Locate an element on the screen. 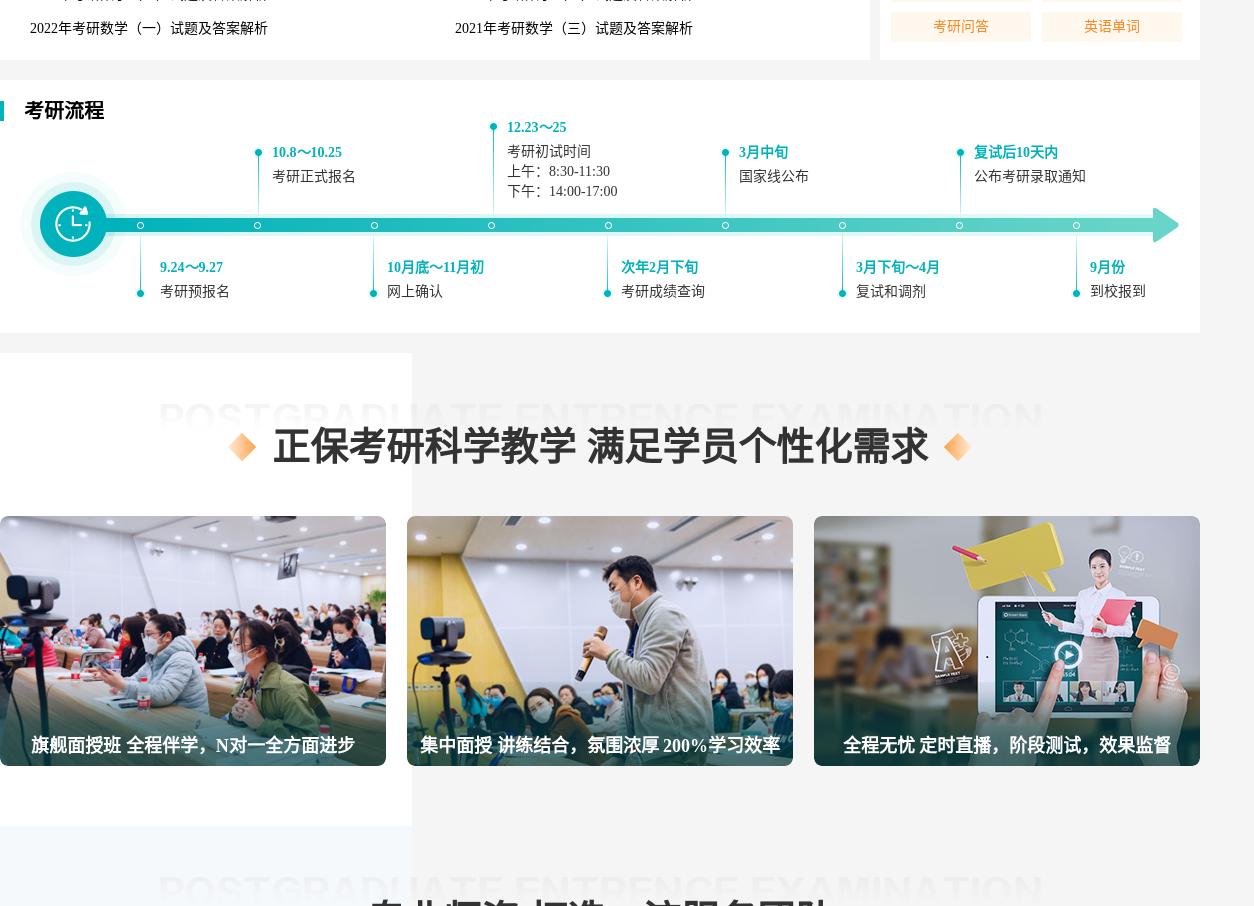 The height and width of the screenshot is (906, 1254). '9.24～9.27' is located at coordinates (190, 267).